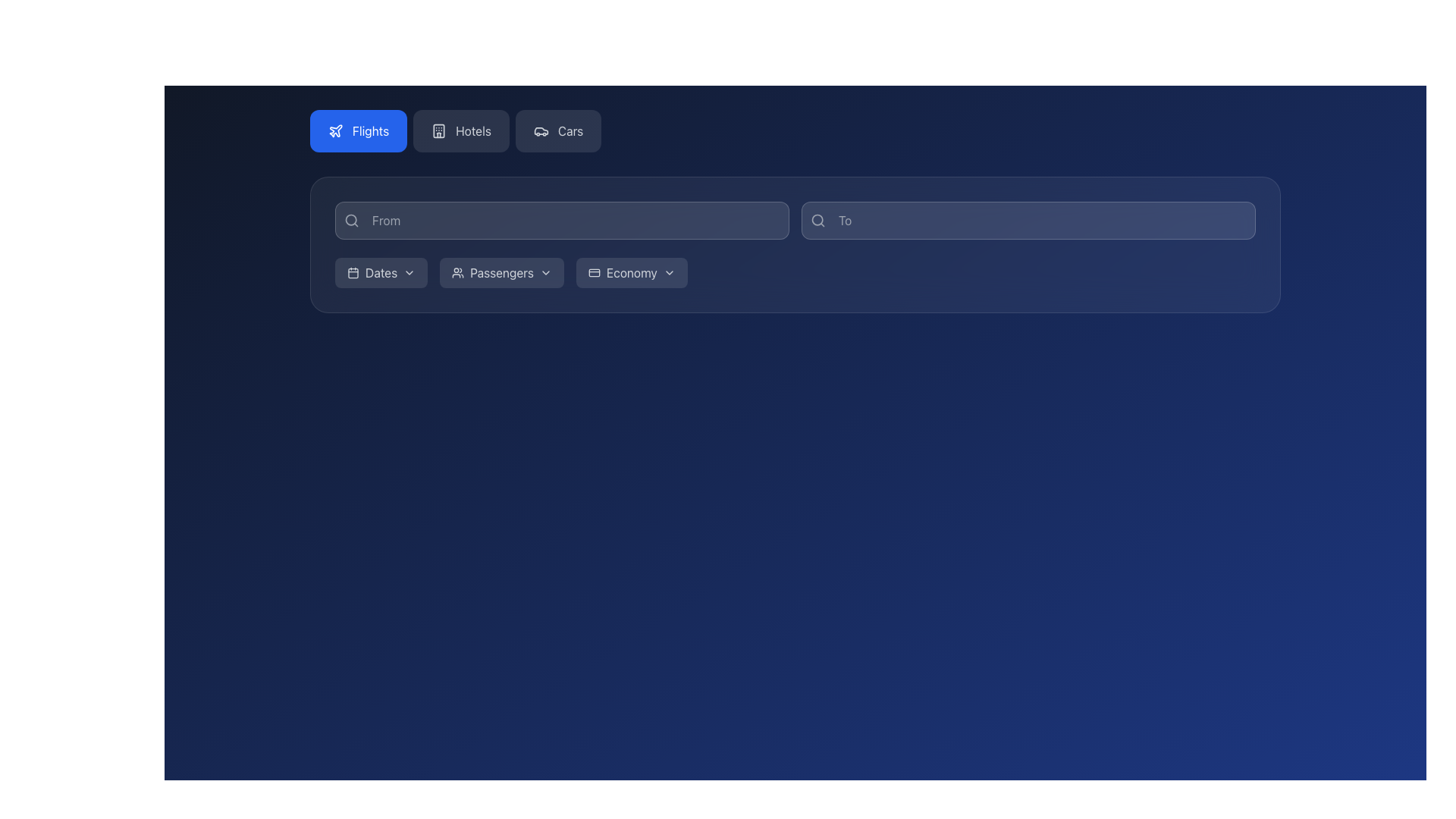 The width and height of the screenshot is (1456, 819). I want to click on the static text labeled 'Dates', which is styled with a gray font color and positioned between a calendar icon and a downward arrow icon, so click(381, 271).